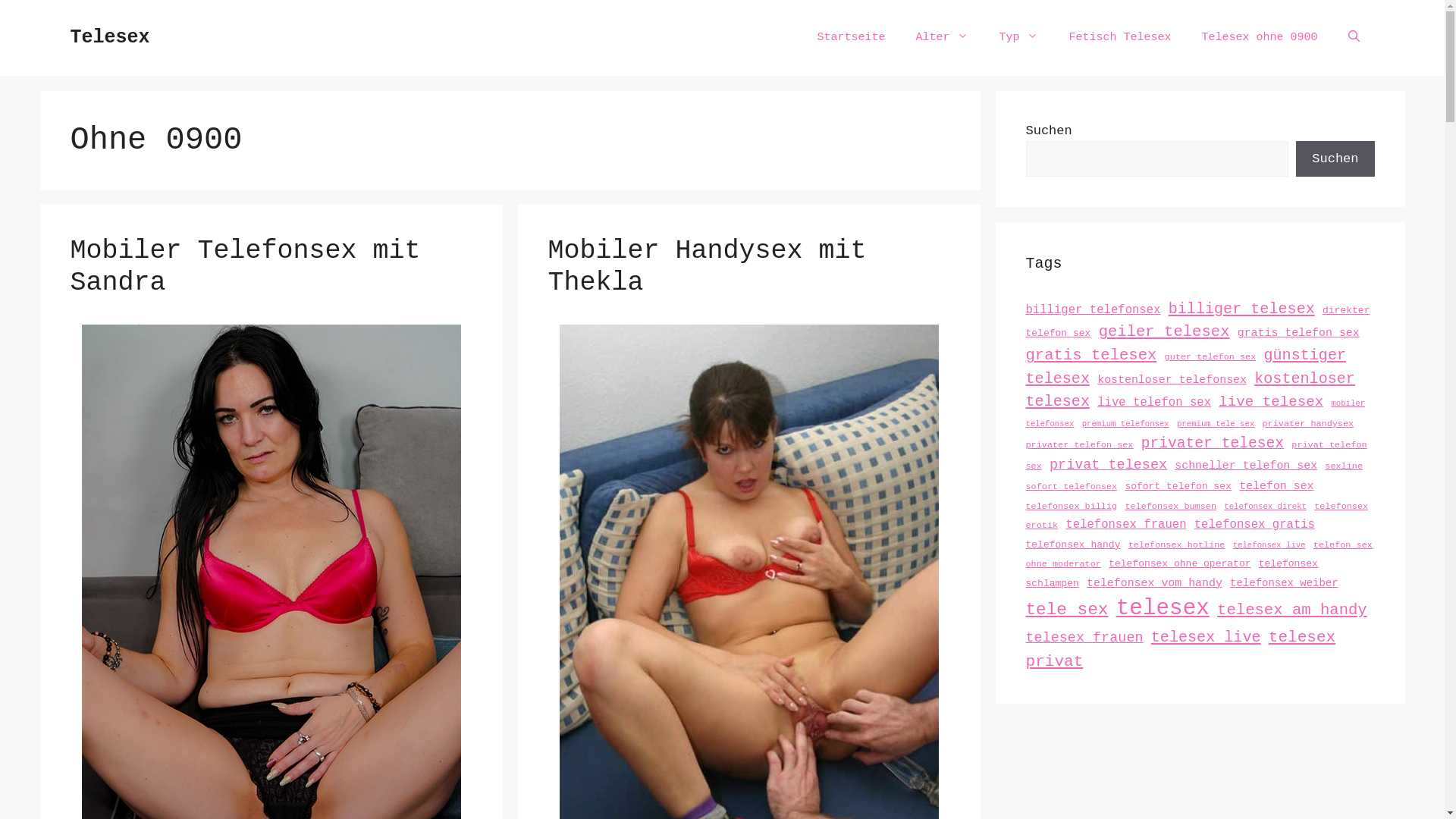  I want to click on 'tele sex', so click(1065, 608).